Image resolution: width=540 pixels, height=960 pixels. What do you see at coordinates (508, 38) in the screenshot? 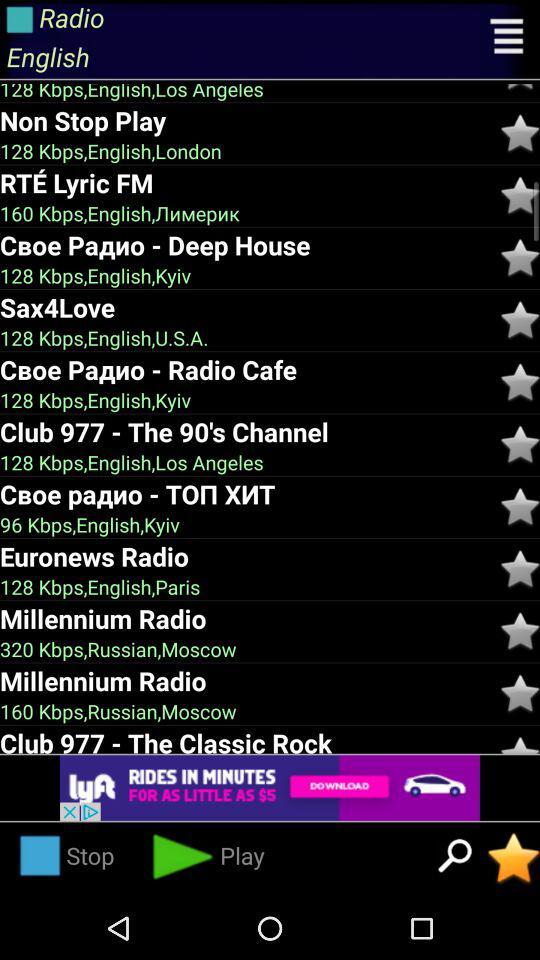
I see `settings` at bounding box center [508, 38].